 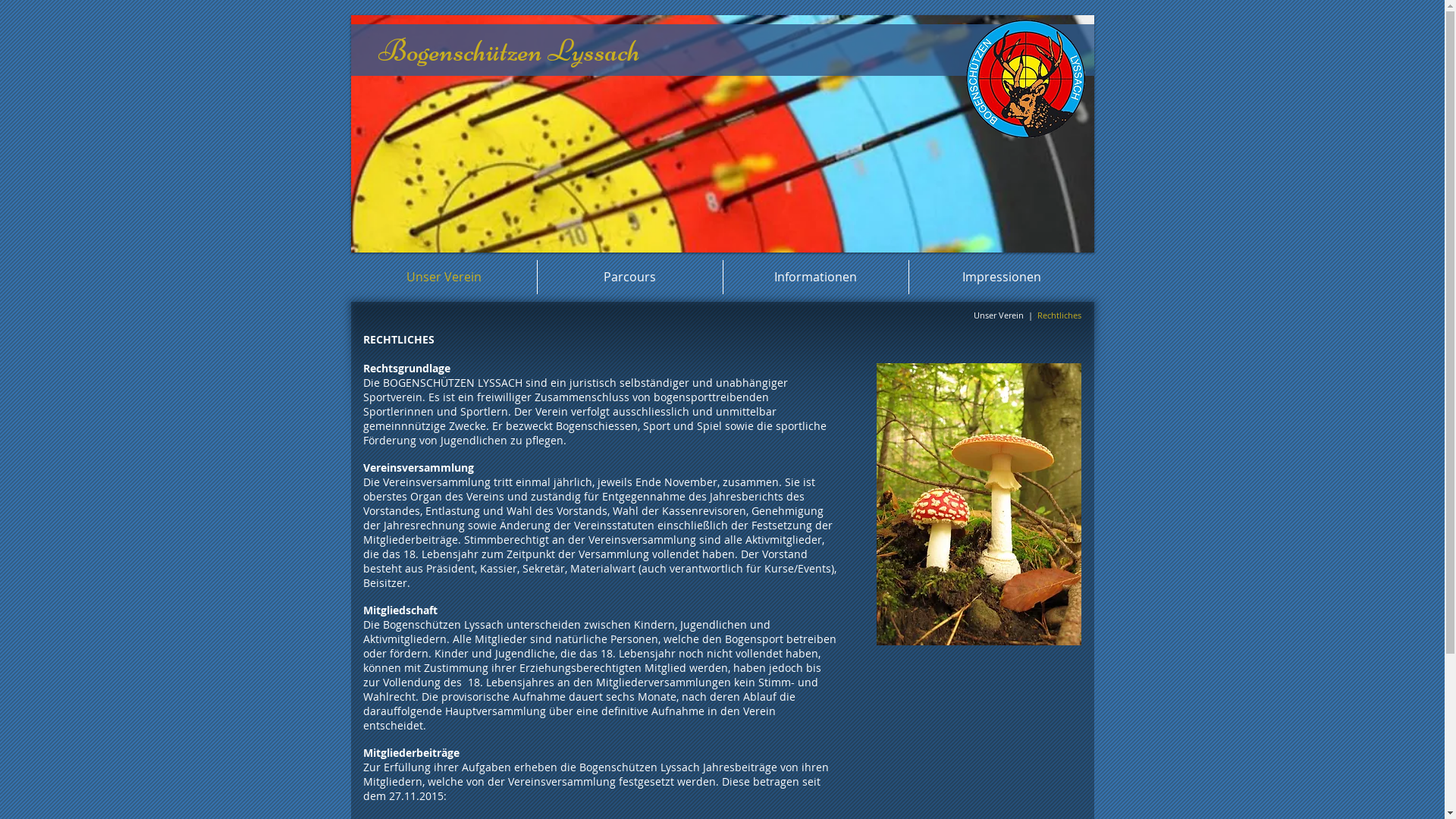 What do you see at coordinates (629, 277) in the screenshot?
I see `'Parcours'` at bounding box center [629, 277].